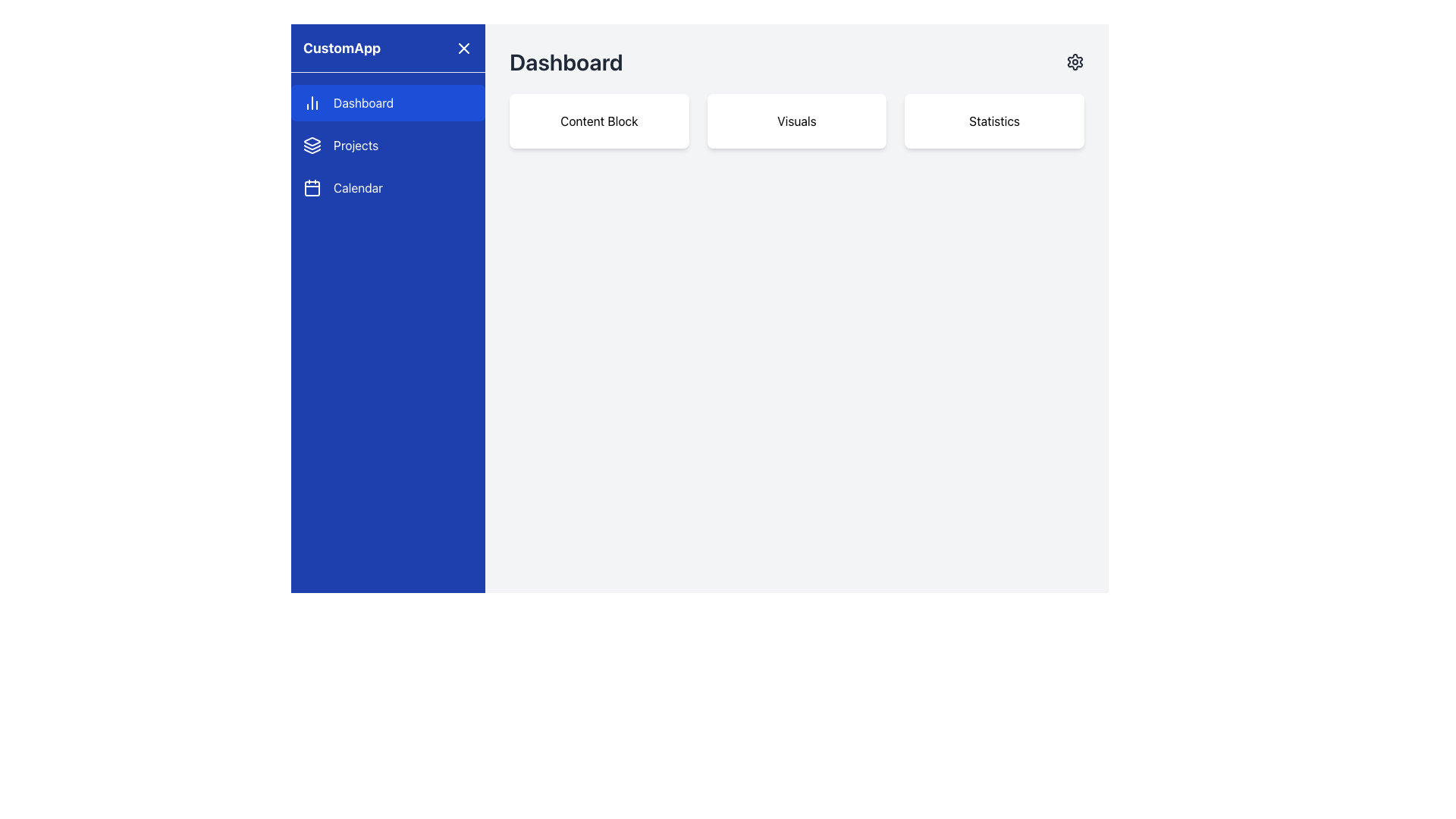  What do you see at coordinates (598, 120) in the screenshot?
I see `the card with a white background and the text 'Content Block' in bold black font, located at the top left of the grid layout` at bounding box center [598, 120].